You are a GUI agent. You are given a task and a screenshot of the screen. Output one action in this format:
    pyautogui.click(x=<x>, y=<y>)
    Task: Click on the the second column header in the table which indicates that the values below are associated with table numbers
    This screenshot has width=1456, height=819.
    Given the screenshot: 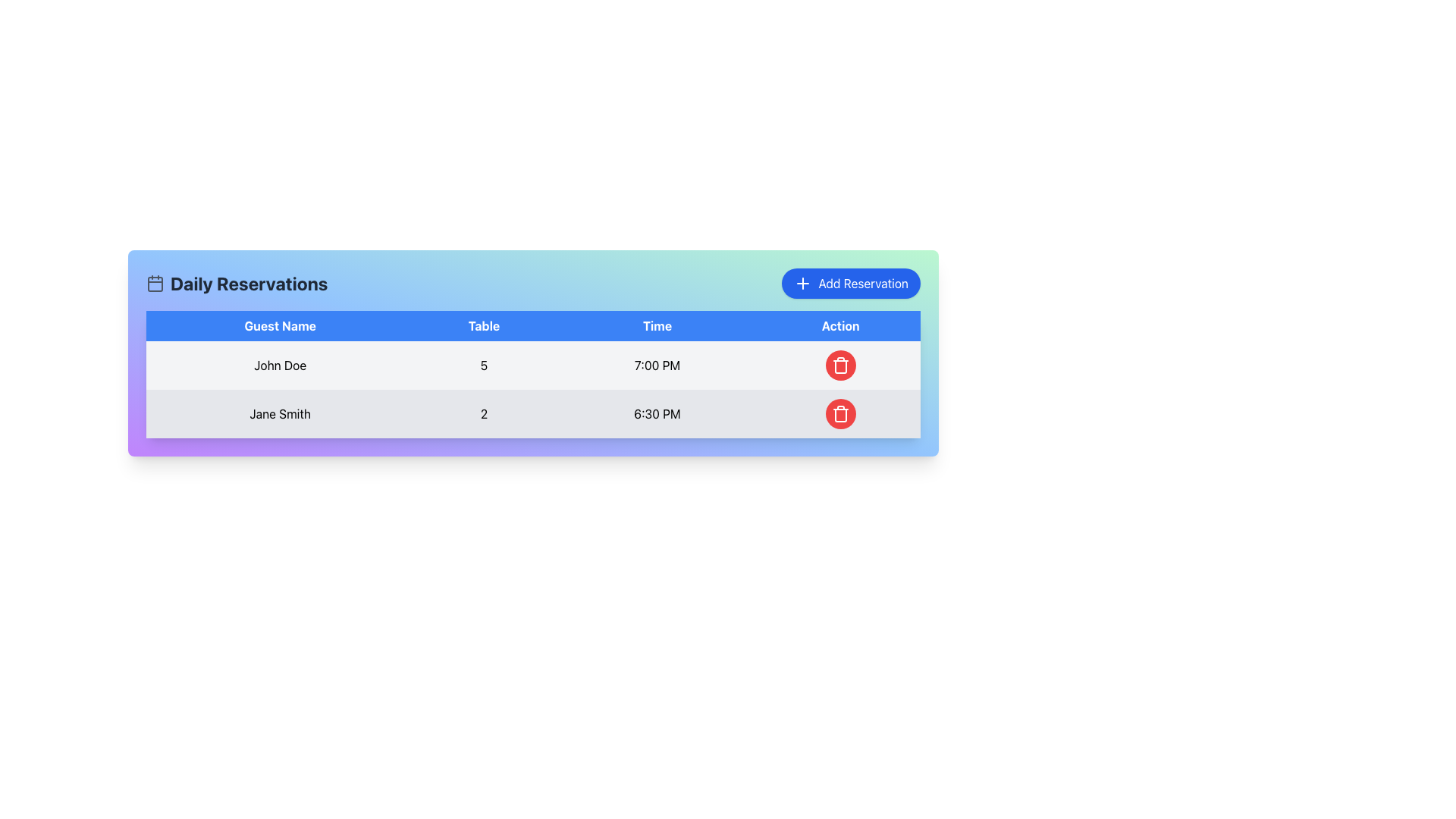 What is the action you would take?
    pyautogui.click(x=483, y=325)
    